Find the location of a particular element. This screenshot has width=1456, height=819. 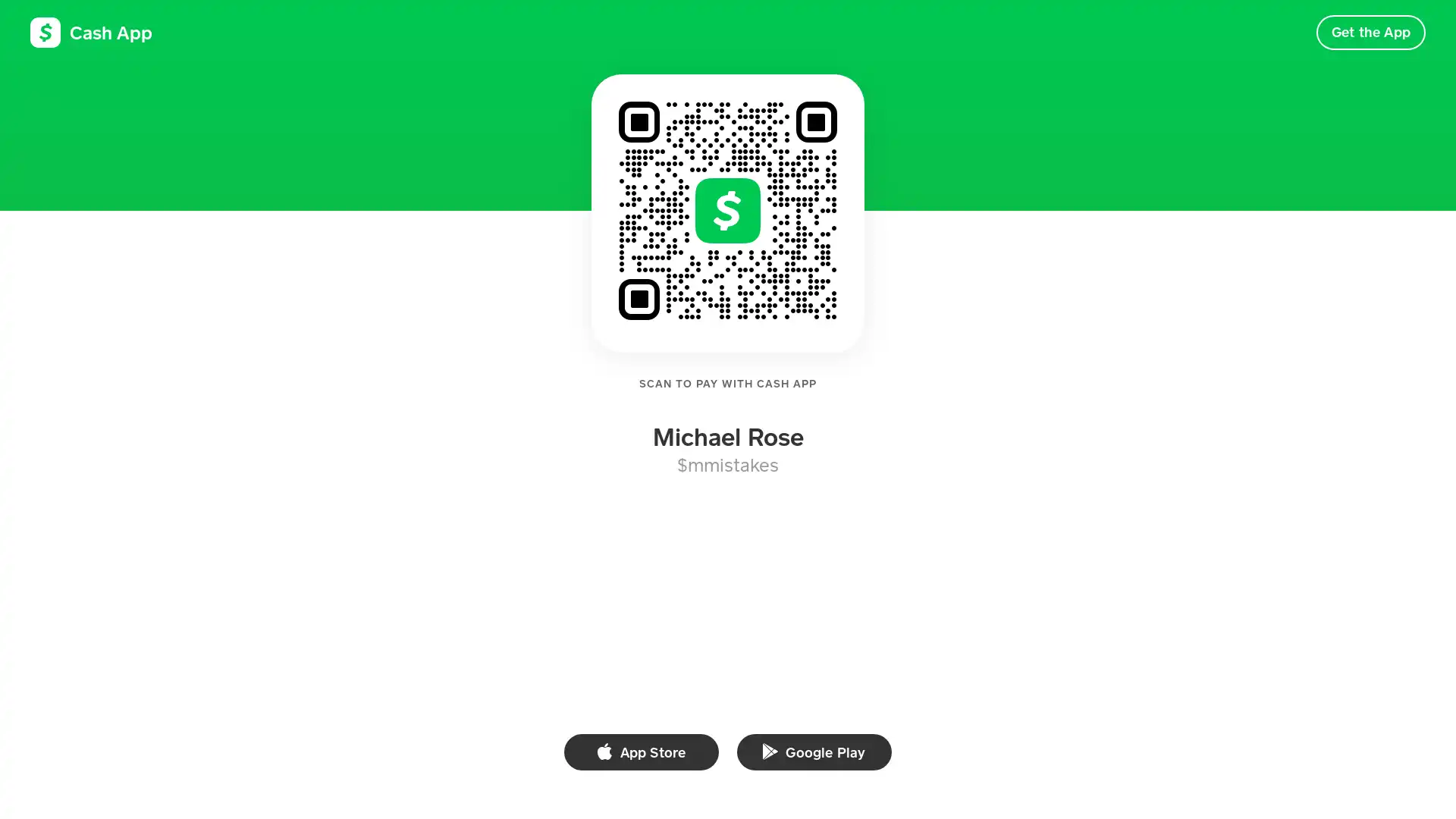

Google Play is located at coordinates (814, 752).